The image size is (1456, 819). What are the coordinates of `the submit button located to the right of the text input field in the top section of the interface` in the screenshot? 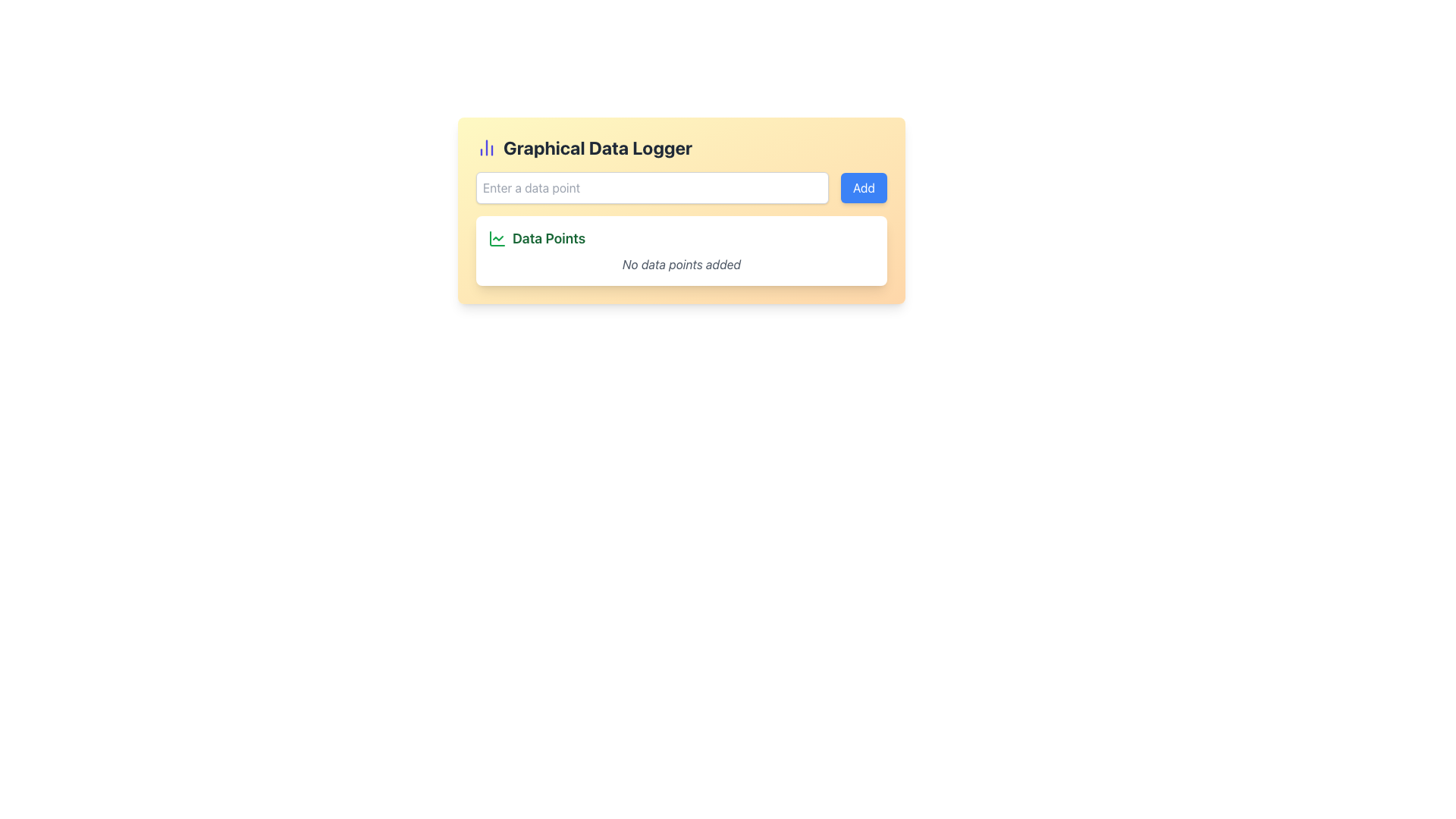 It's located at (864, 187).